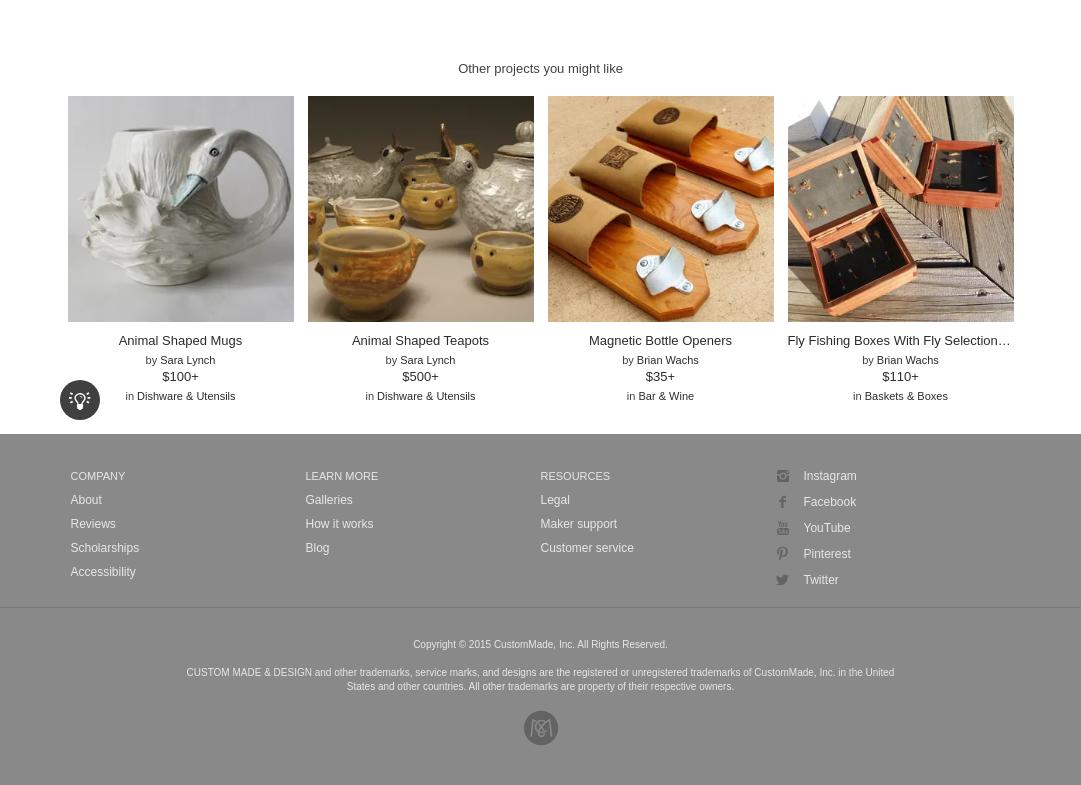 This screenshot has width=1081, height=785. I want to click on 'Instagram', so click(829, 475).